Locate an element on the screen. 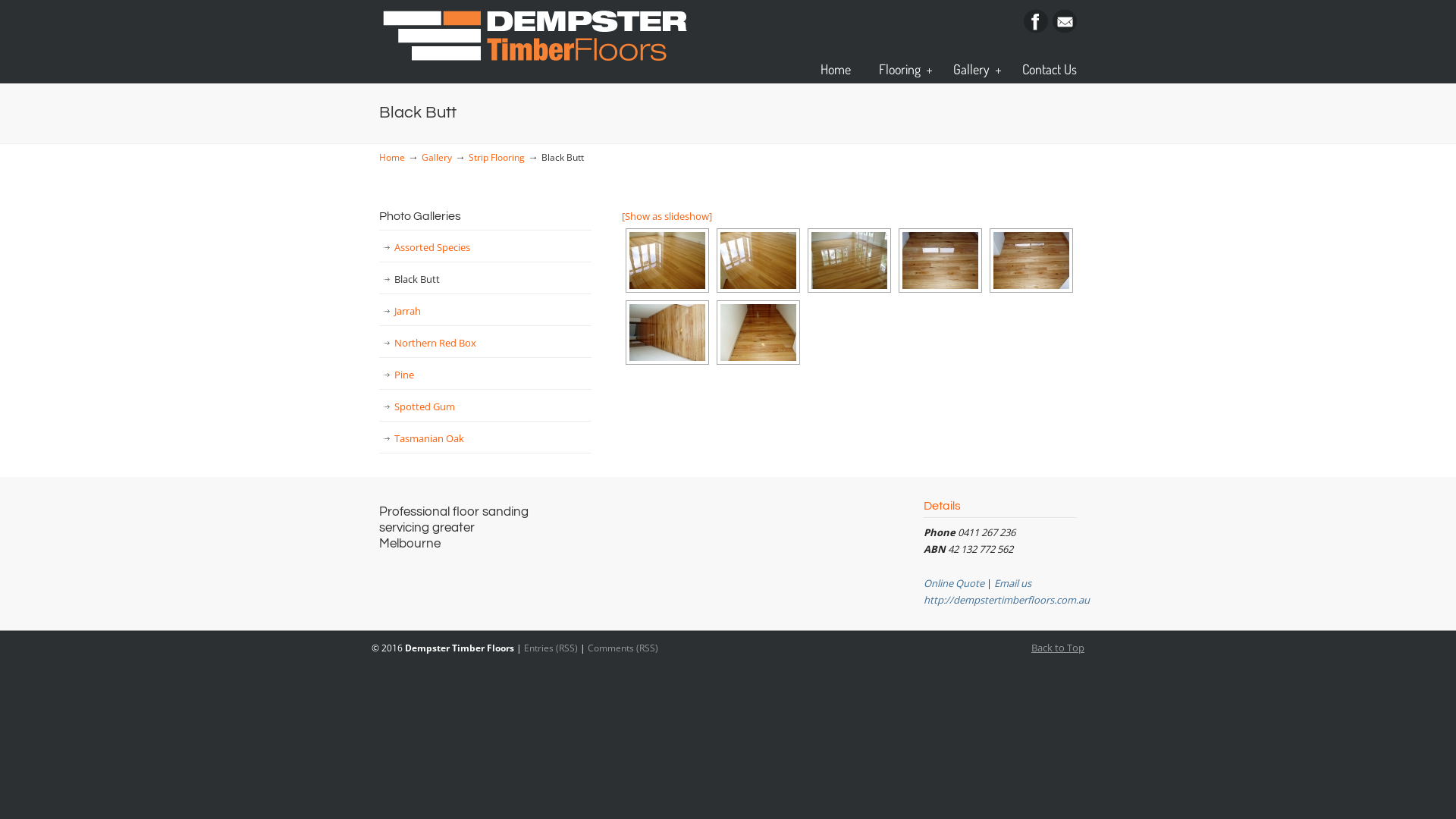  'Online Quote' is located at coordinates (952, 582).